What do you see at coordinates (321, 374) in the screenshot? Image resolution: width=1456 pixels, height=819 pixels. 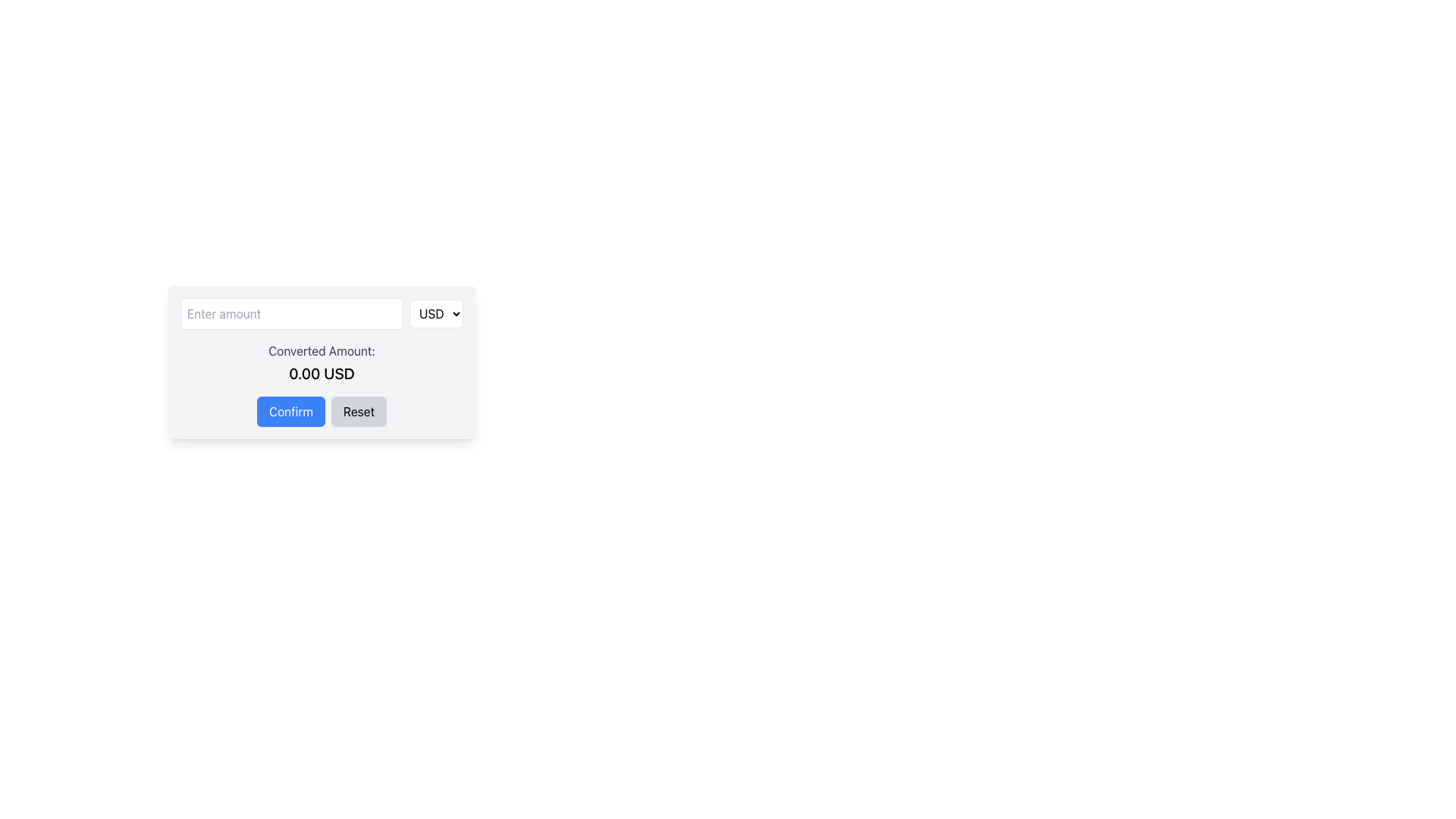 I see `the Text Label that displays the converted amount of currency in USD, located directly below the label 'Converted Amount:' in the user interface` at bounding box center [321, 374].